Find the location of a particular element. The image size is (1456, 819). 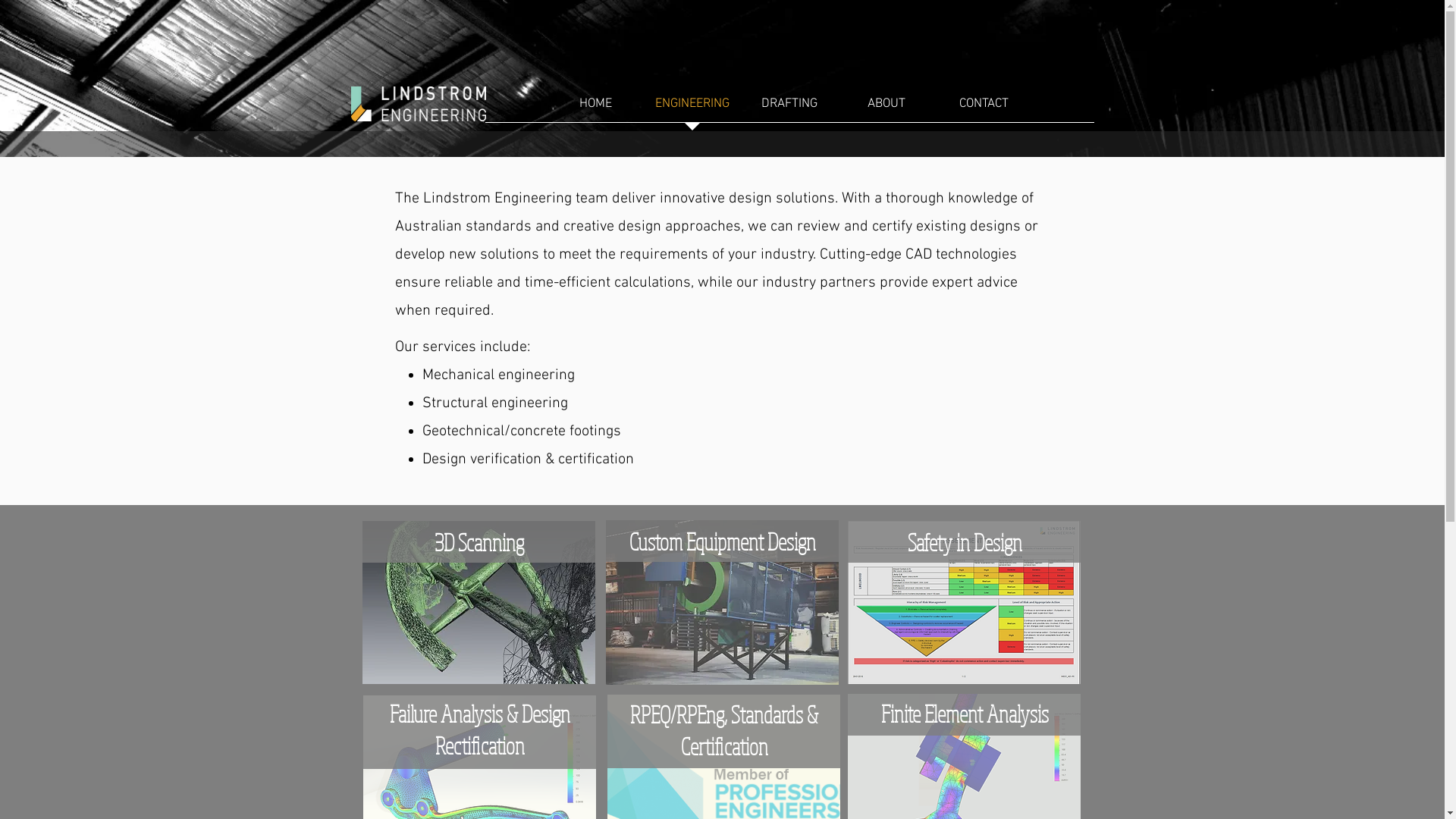

'HOME' is located at coordinates (595, 108).